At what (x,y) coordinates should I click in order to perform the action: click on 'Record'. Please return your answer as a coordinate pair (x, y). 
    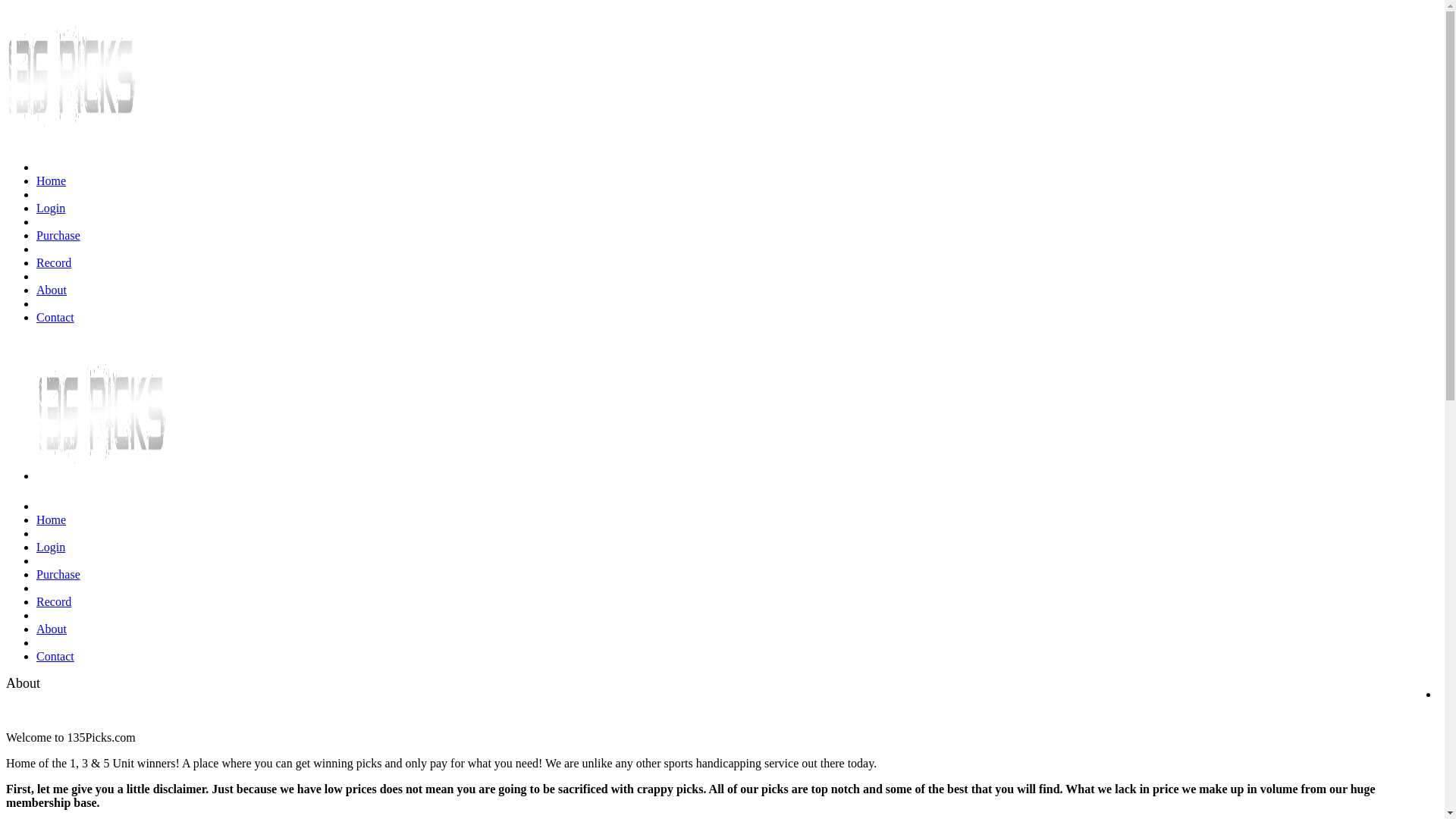
    Looking at the image, I should click on (54, 262).